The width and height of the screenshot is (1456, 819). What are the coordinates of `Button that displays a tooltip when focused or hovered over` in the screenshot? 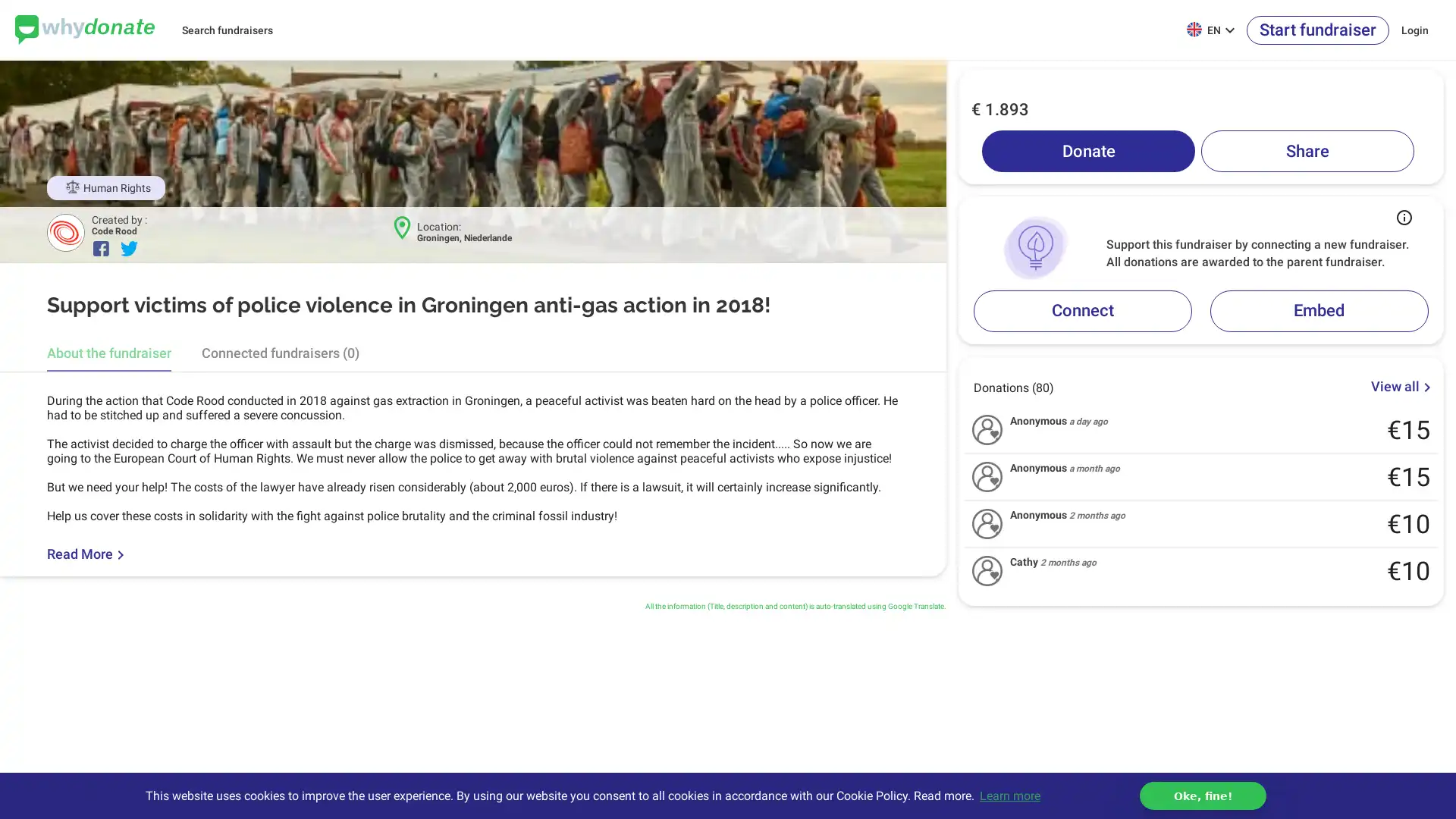 It's located at (1408, 222).